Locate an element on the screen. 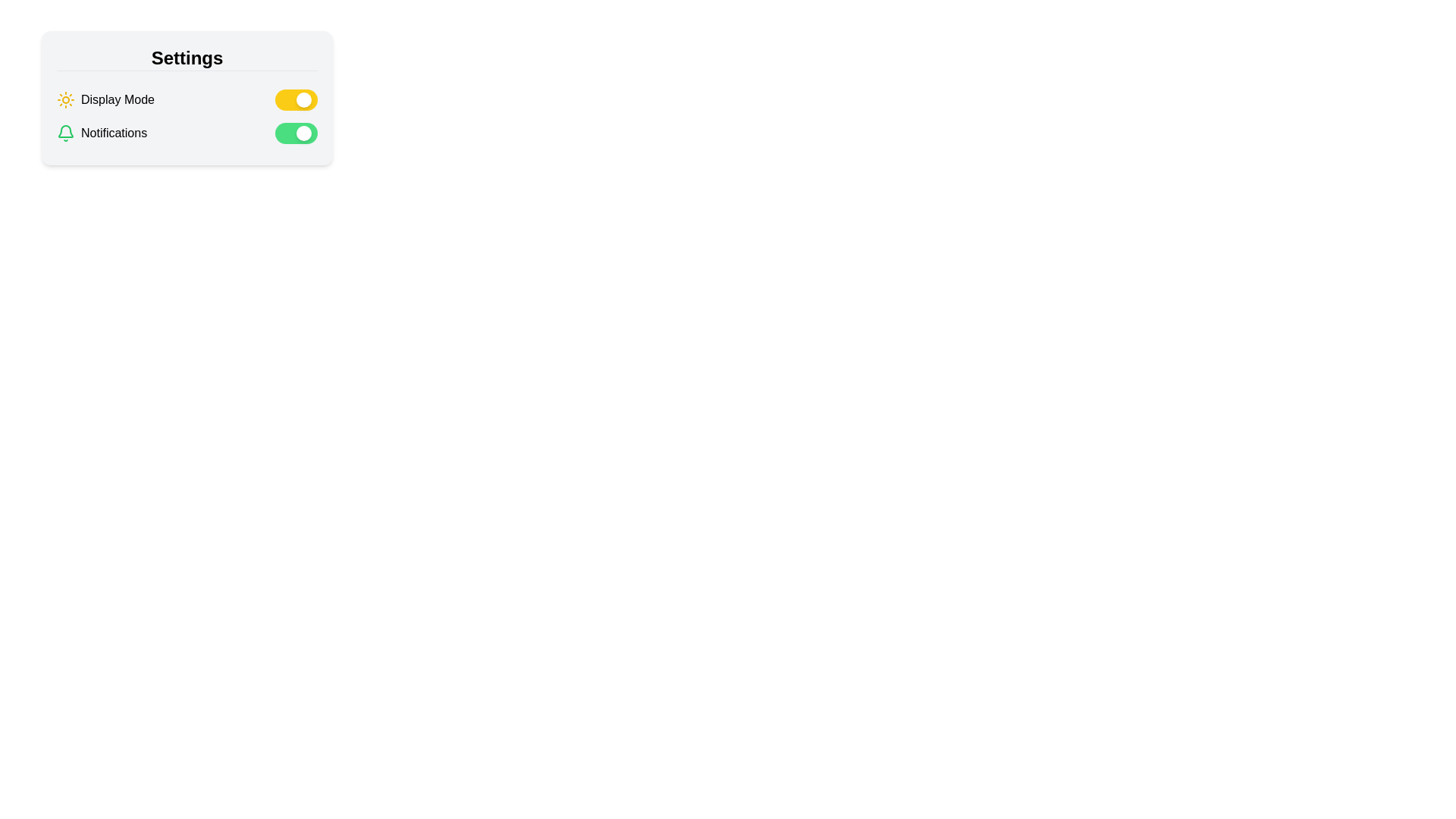 This screenshot has height=819, width=1456. the text label that describes the purpose of the accompanying switch toggle for enabling or disabling notifications, located below the 'Display Mode' section is located at coordinates (113, 133).